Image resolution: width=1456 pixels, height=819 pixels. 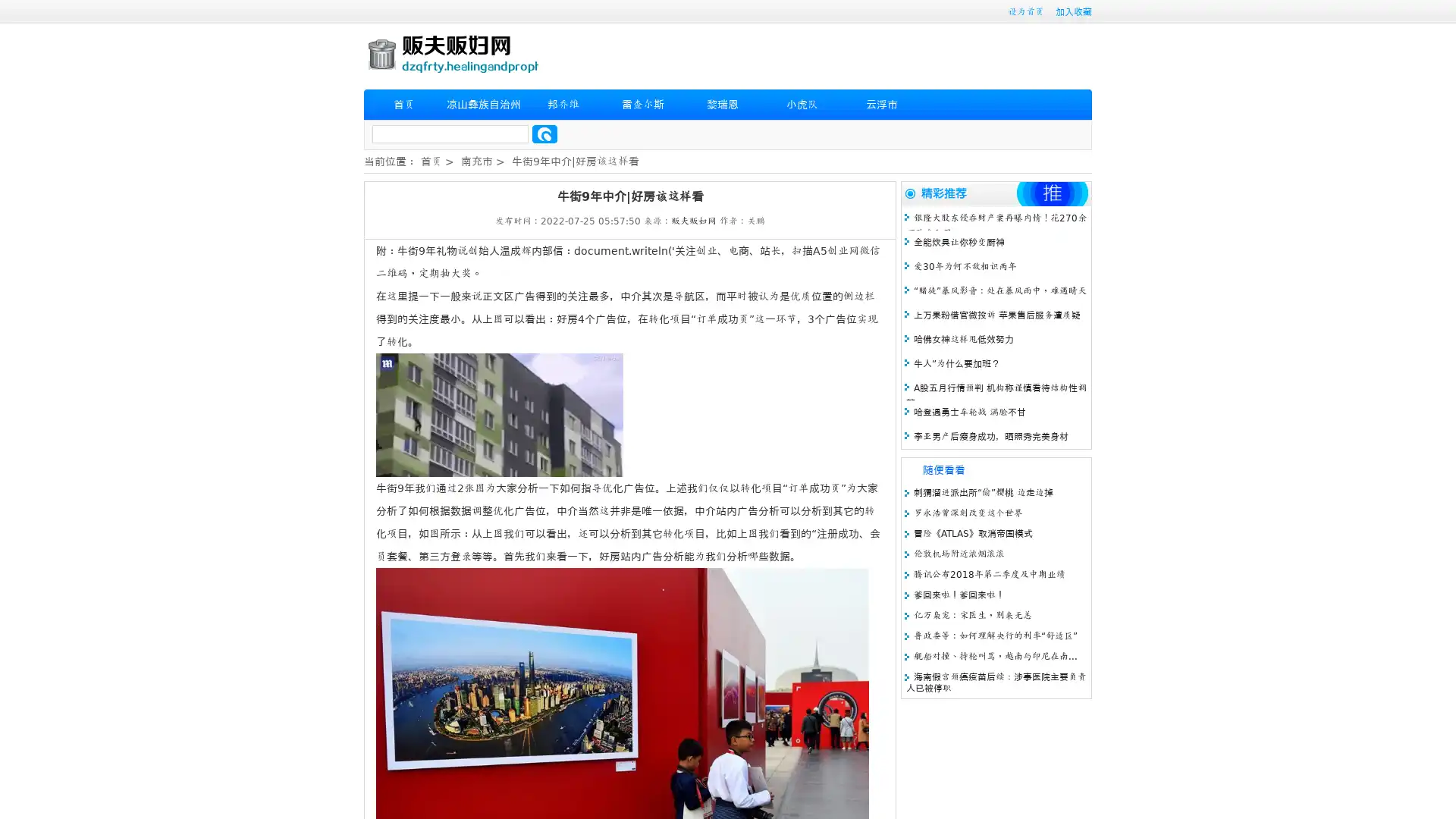 I want to click on Search, so click(x=544, y=133).